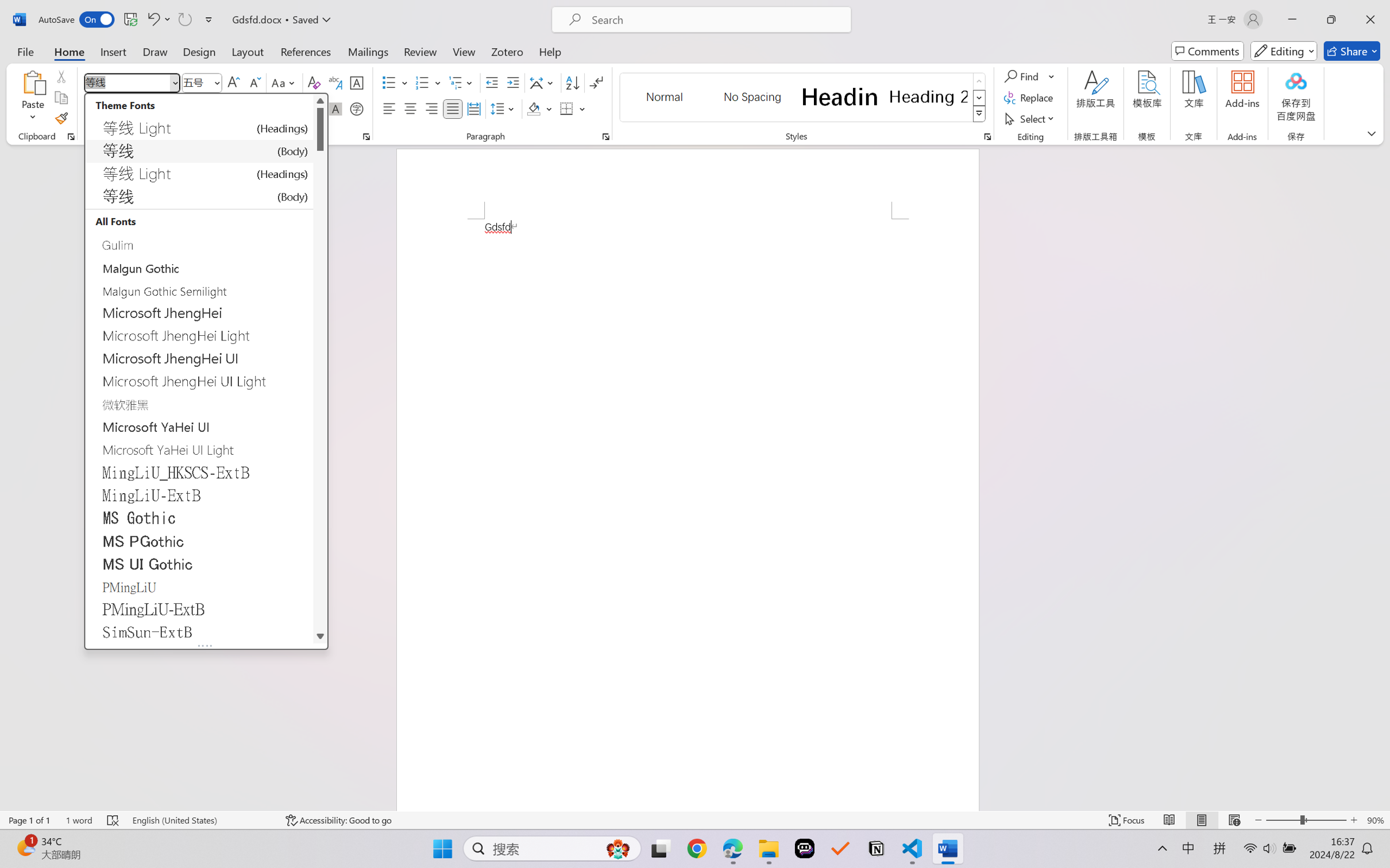 The image size is (1390, 868). What do you see at coordinates (357, 108) in the screenshot?
I see `'Enclose Characters...'` at bounding box center [357, 108].